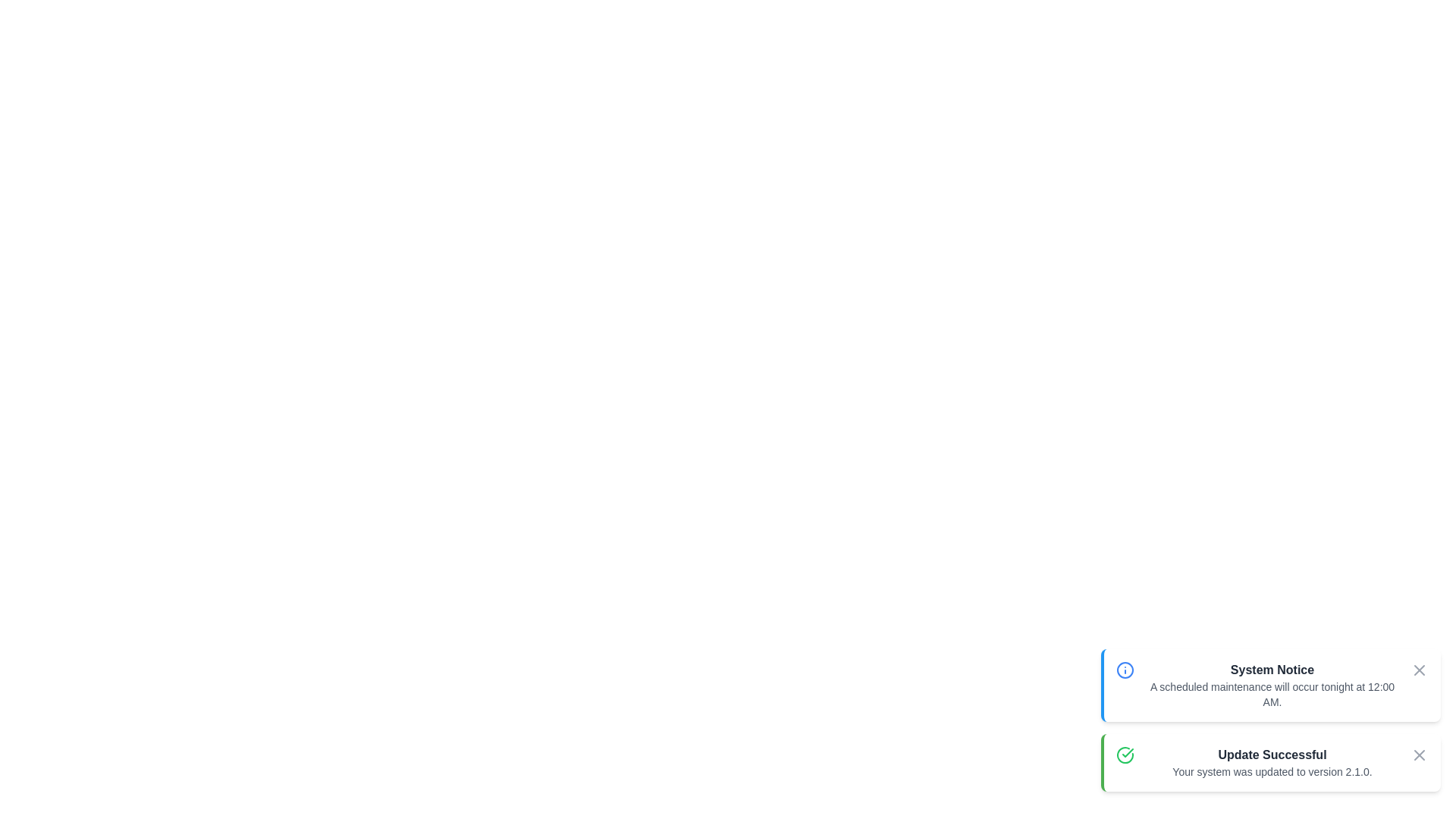  Describe the element at coordinates (1270, 685) in the screenshot. I see `the notification element System Notice to analyze its layout` at that location.